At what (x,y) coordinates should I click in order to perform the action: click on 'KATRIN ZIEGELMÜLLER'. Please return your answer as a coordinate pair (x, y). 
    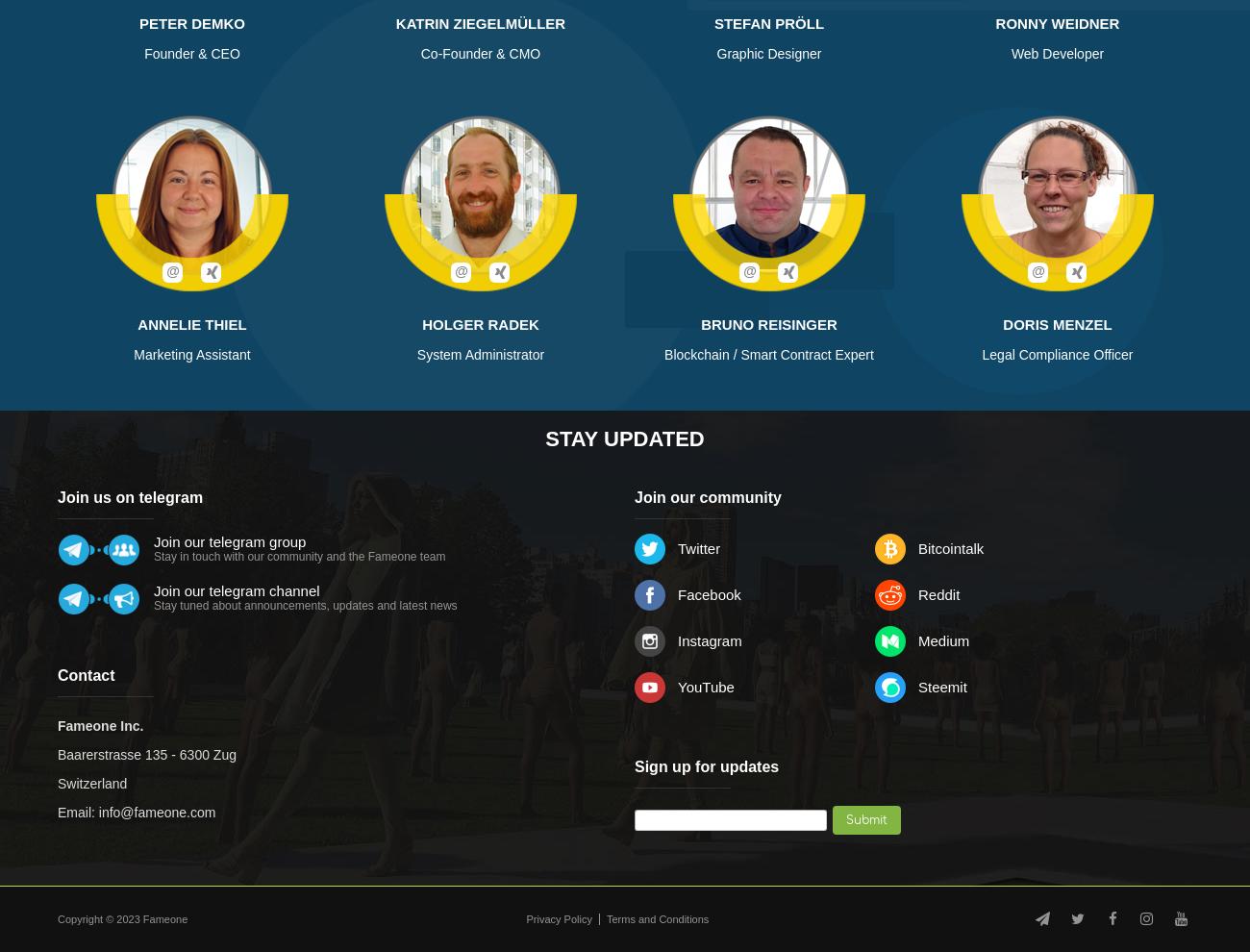
    Looking at the image, I should click on (395, 22).